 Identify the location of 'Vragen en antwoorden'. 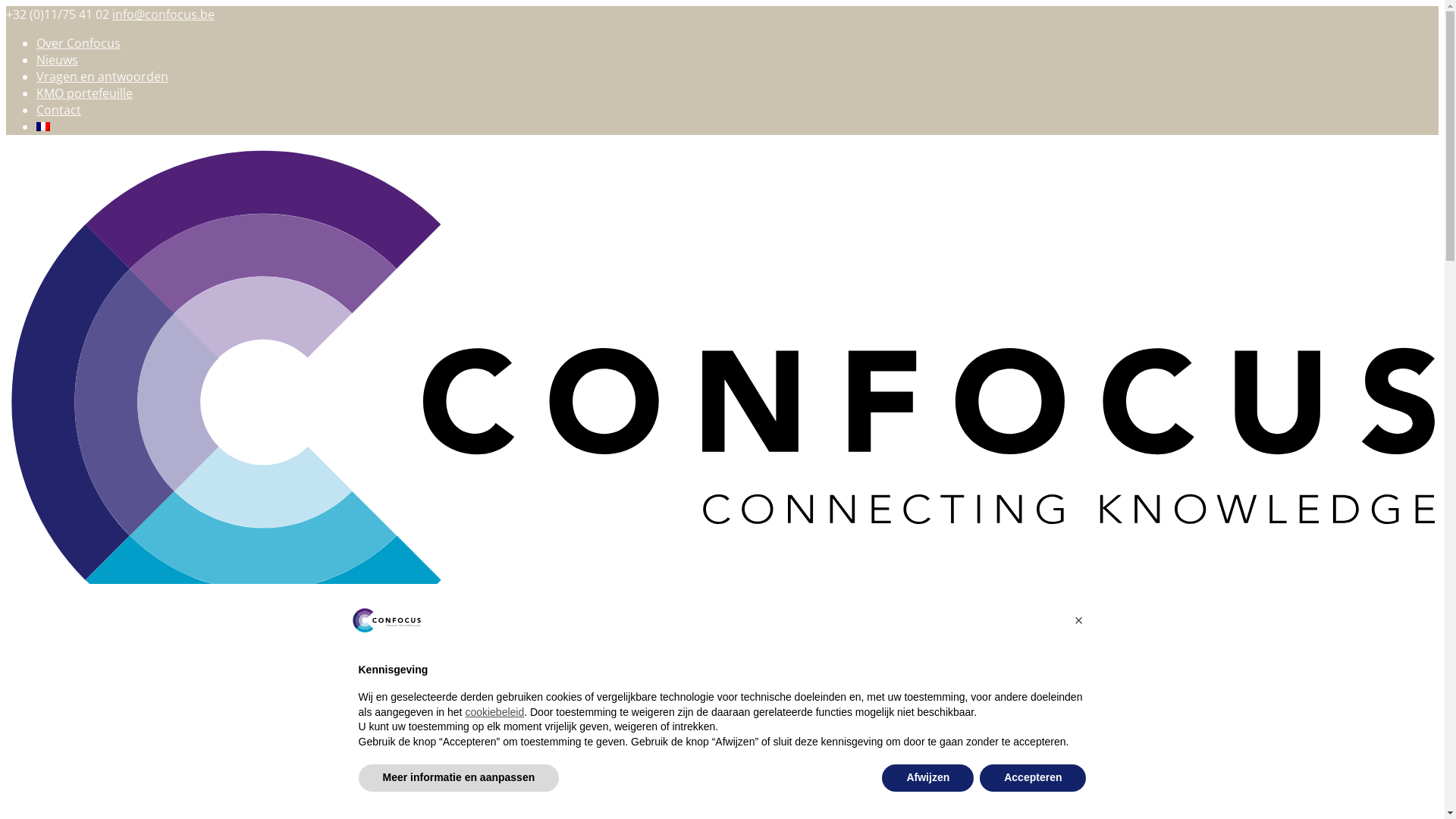
(101, 76).